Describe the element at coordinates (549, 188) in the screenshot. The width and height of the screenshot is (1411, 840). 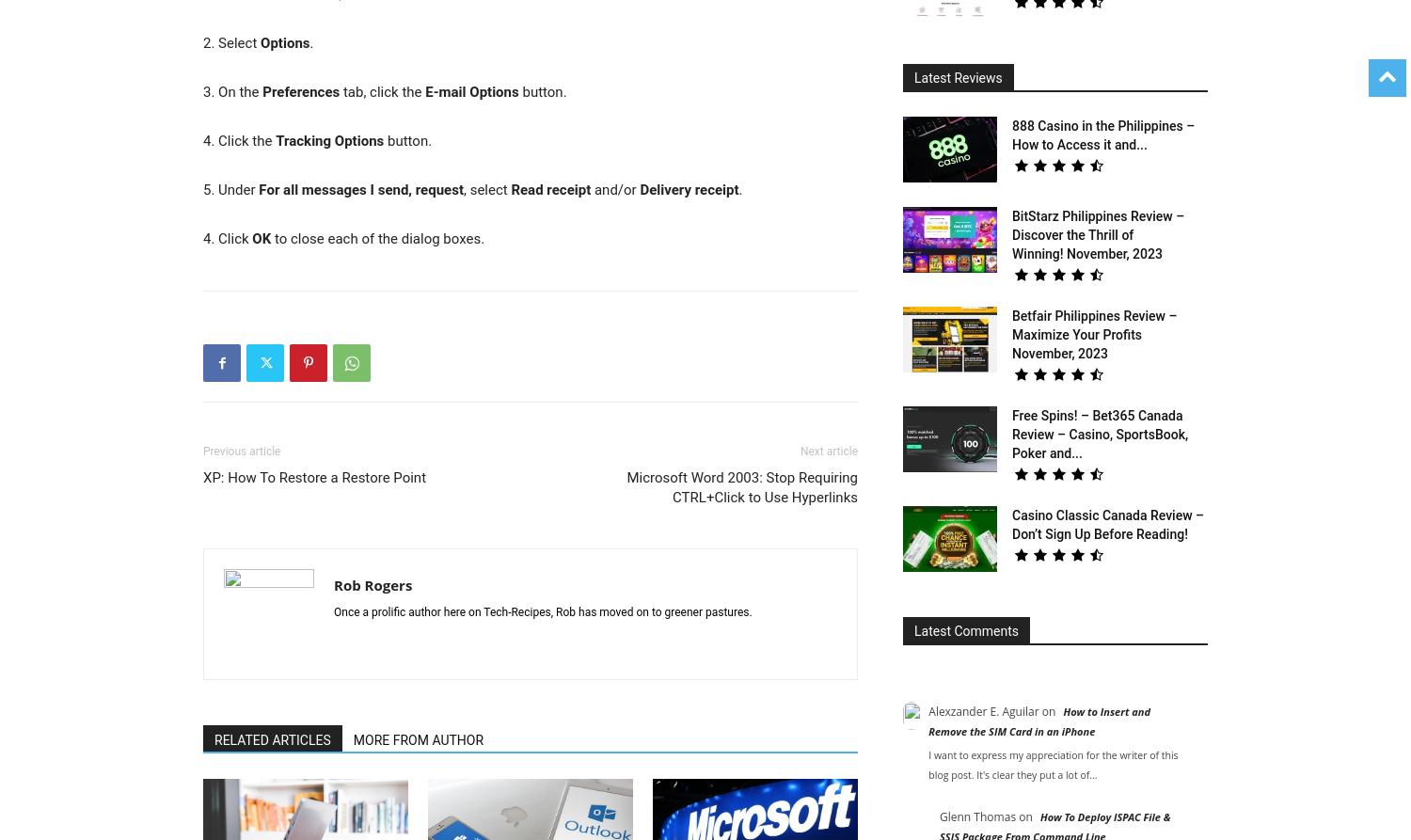
I see `'Read receipt'` at that location.